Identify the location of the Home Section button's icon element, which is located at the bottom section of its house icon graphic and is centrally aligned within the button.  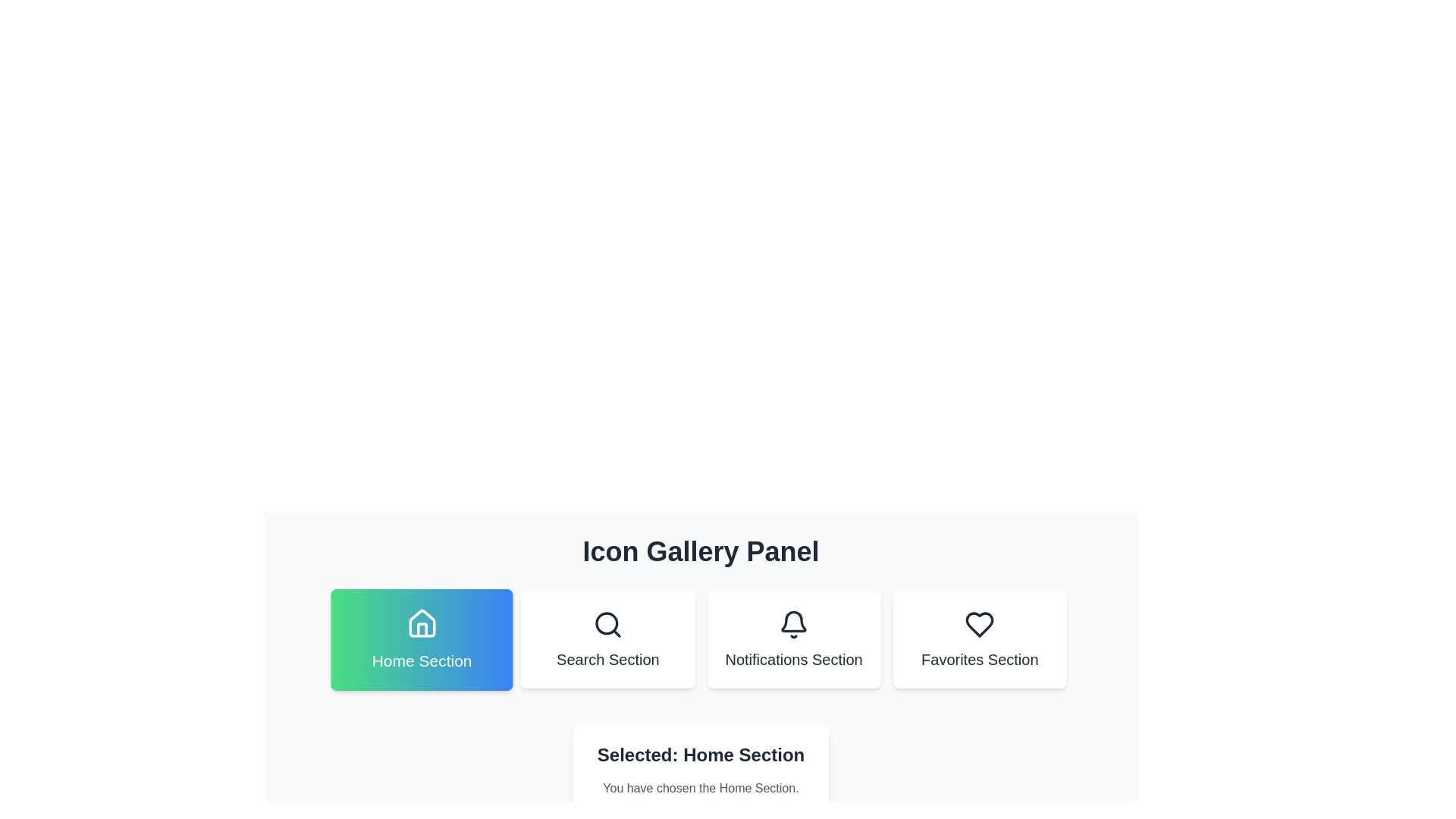
(422, 629).